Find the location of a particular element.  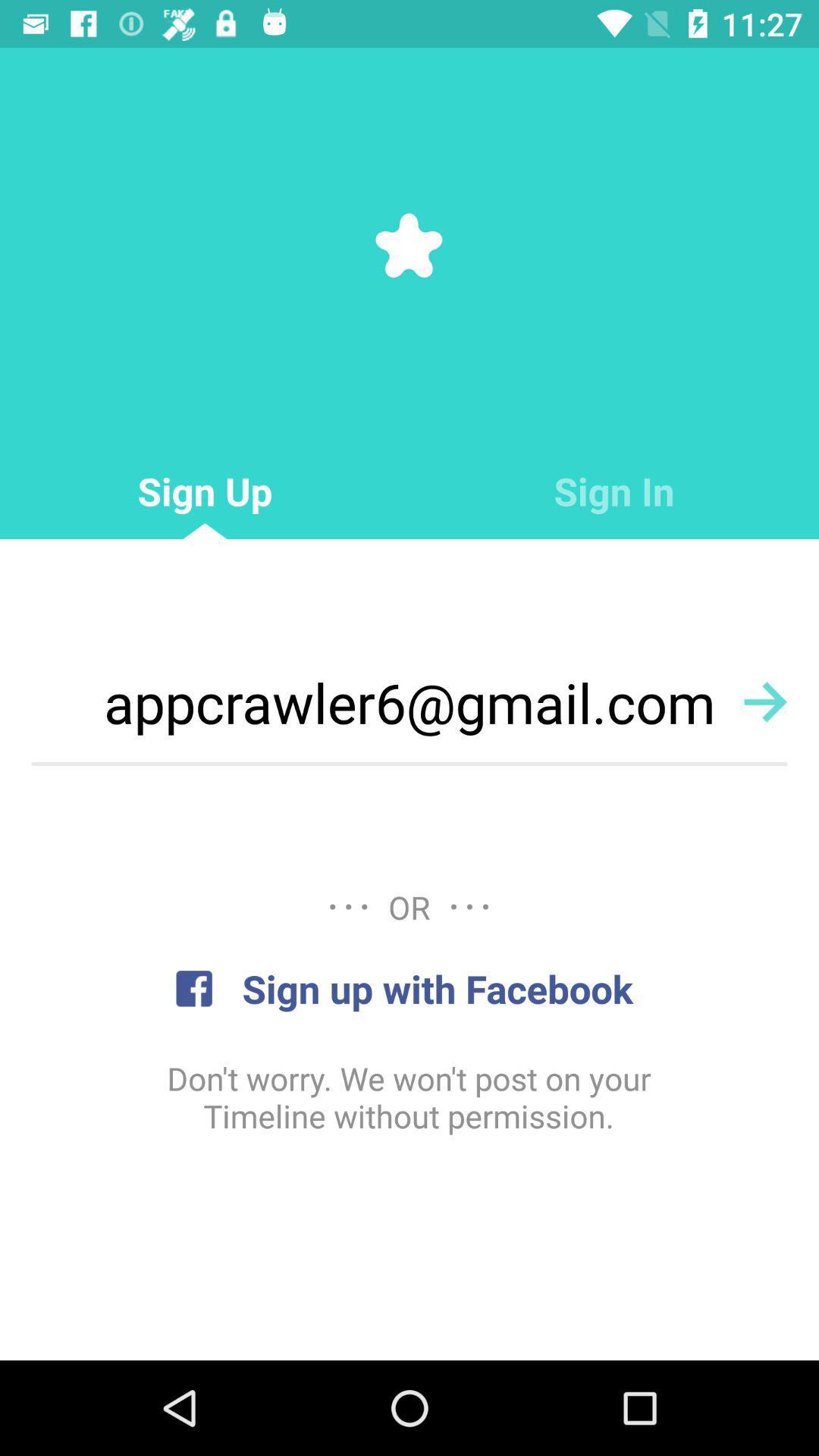

appcrawler6@gmail.com is located at coordinates (409, 701).